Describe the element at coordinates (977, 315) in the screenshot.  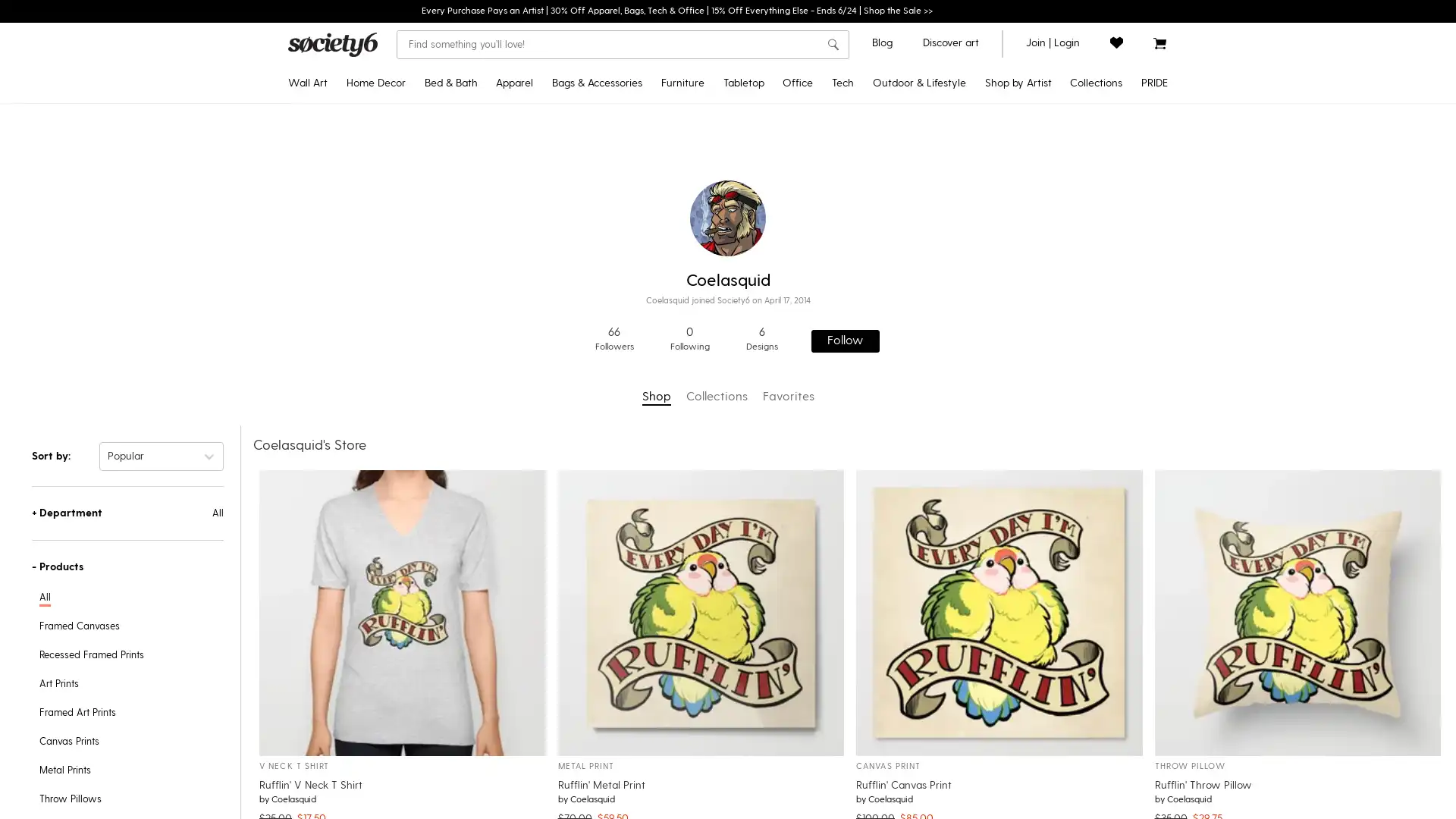
I see `Artist Holiday Series` at that location.